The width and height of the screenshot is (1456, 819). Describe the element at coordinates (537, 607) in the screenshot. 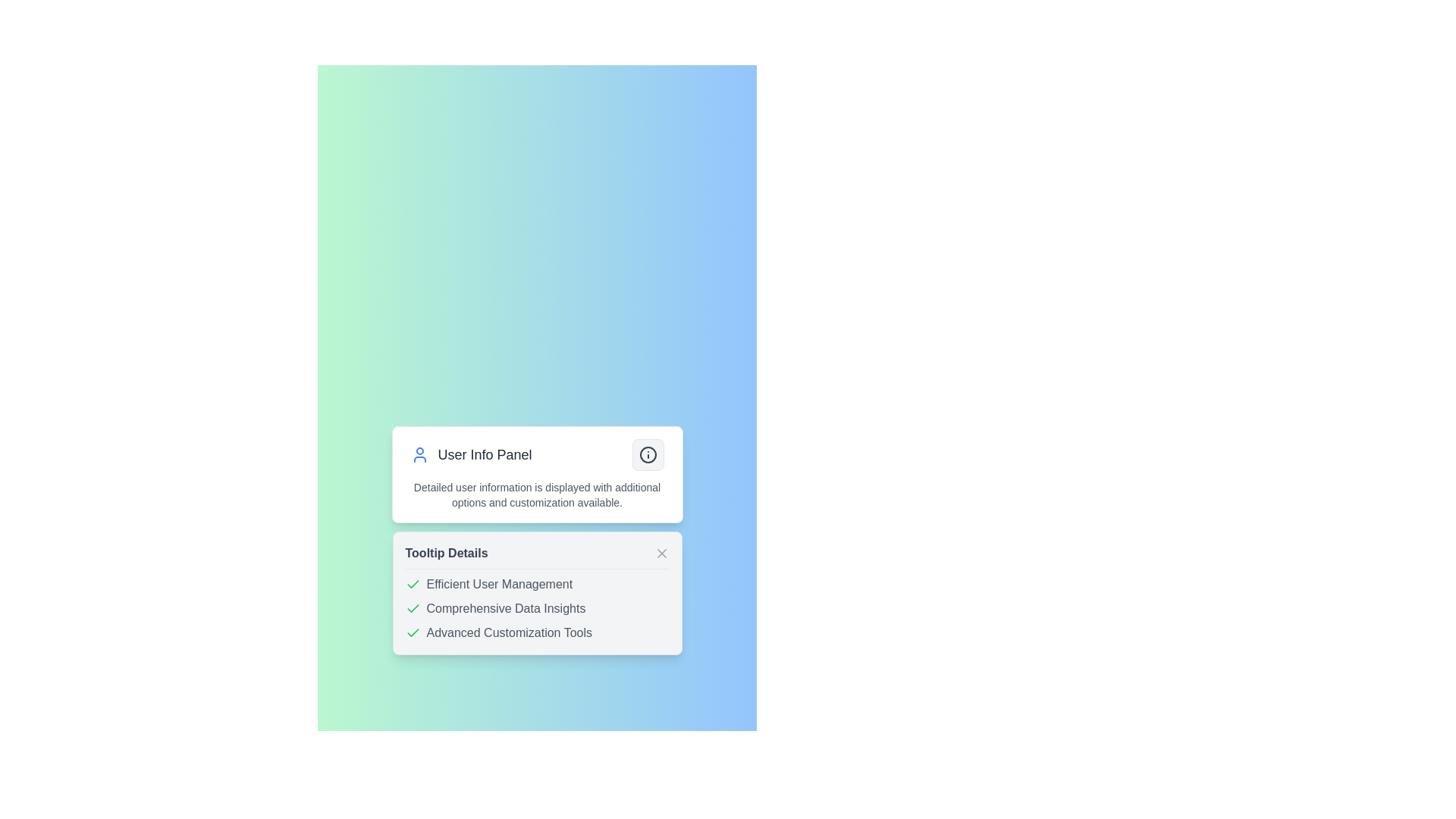

I see `the second list item in the tooltip panel, which contains a green check mark icon followed by the text label 'Comprehensive Data Insights'` at that location.